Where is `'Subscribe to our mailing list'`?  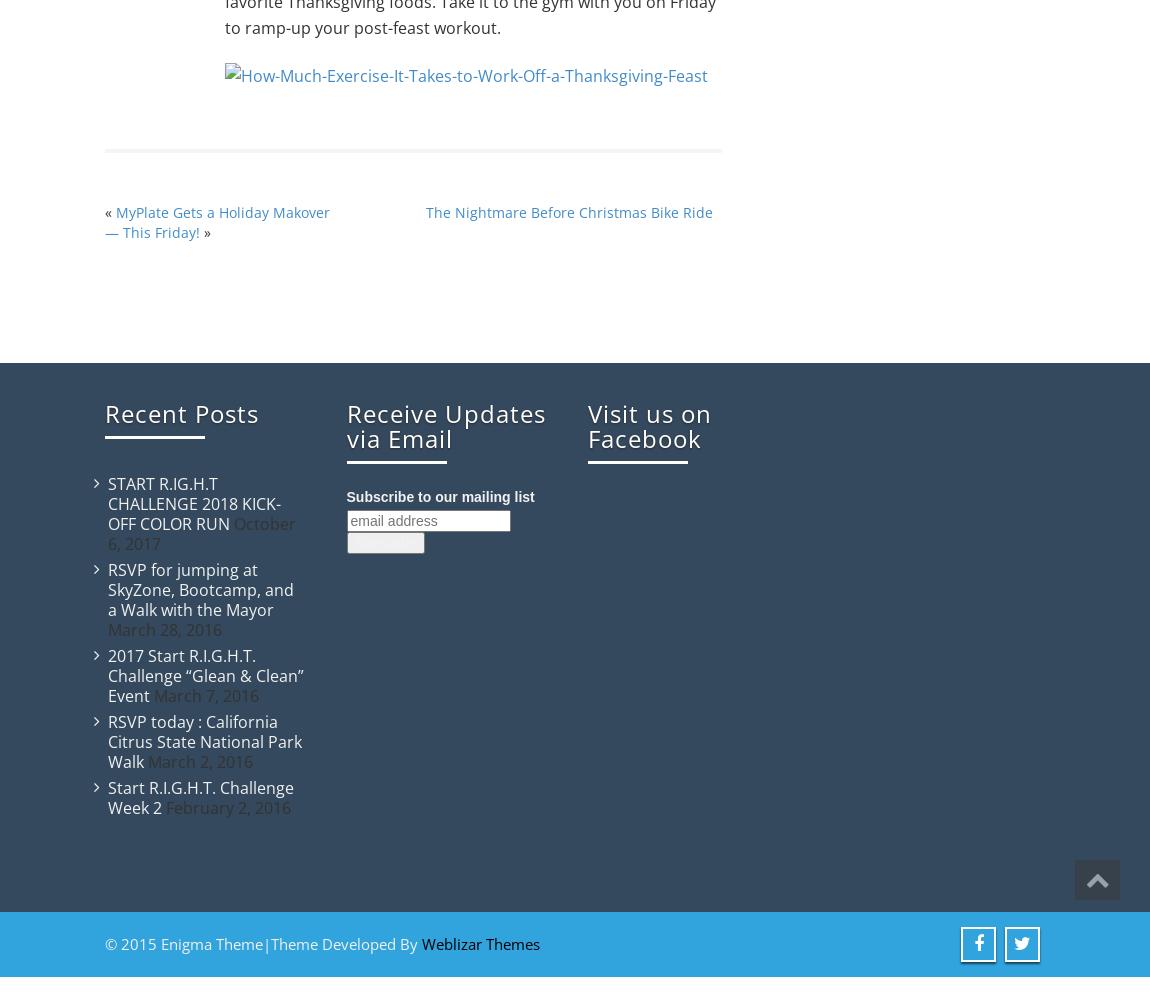
'Subscribe to our mailing list' is located at coordinates (439, 496).